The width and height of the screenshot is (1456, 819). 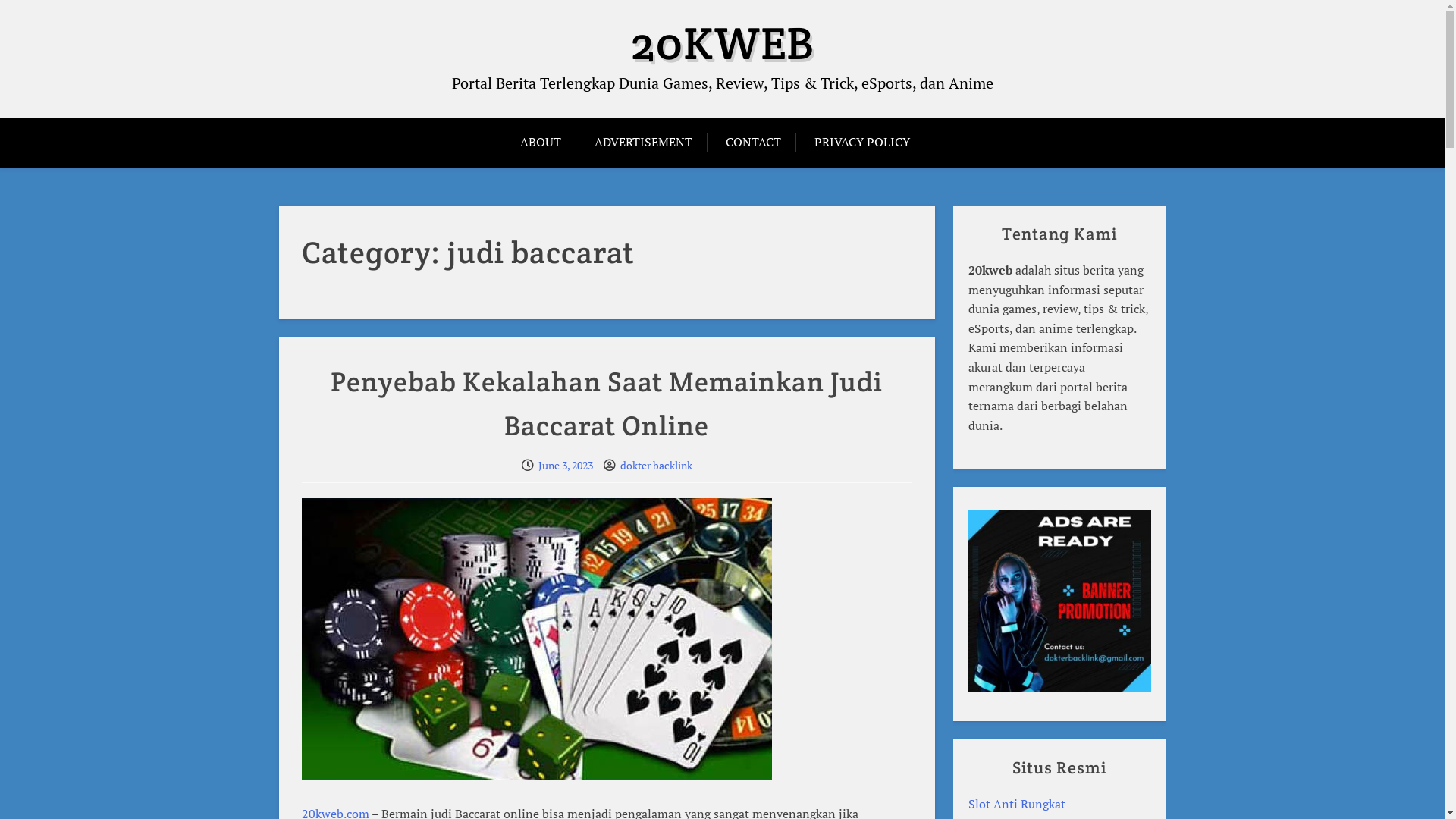 I want to click on 'dokter backlink', so click(x=656, y=464).